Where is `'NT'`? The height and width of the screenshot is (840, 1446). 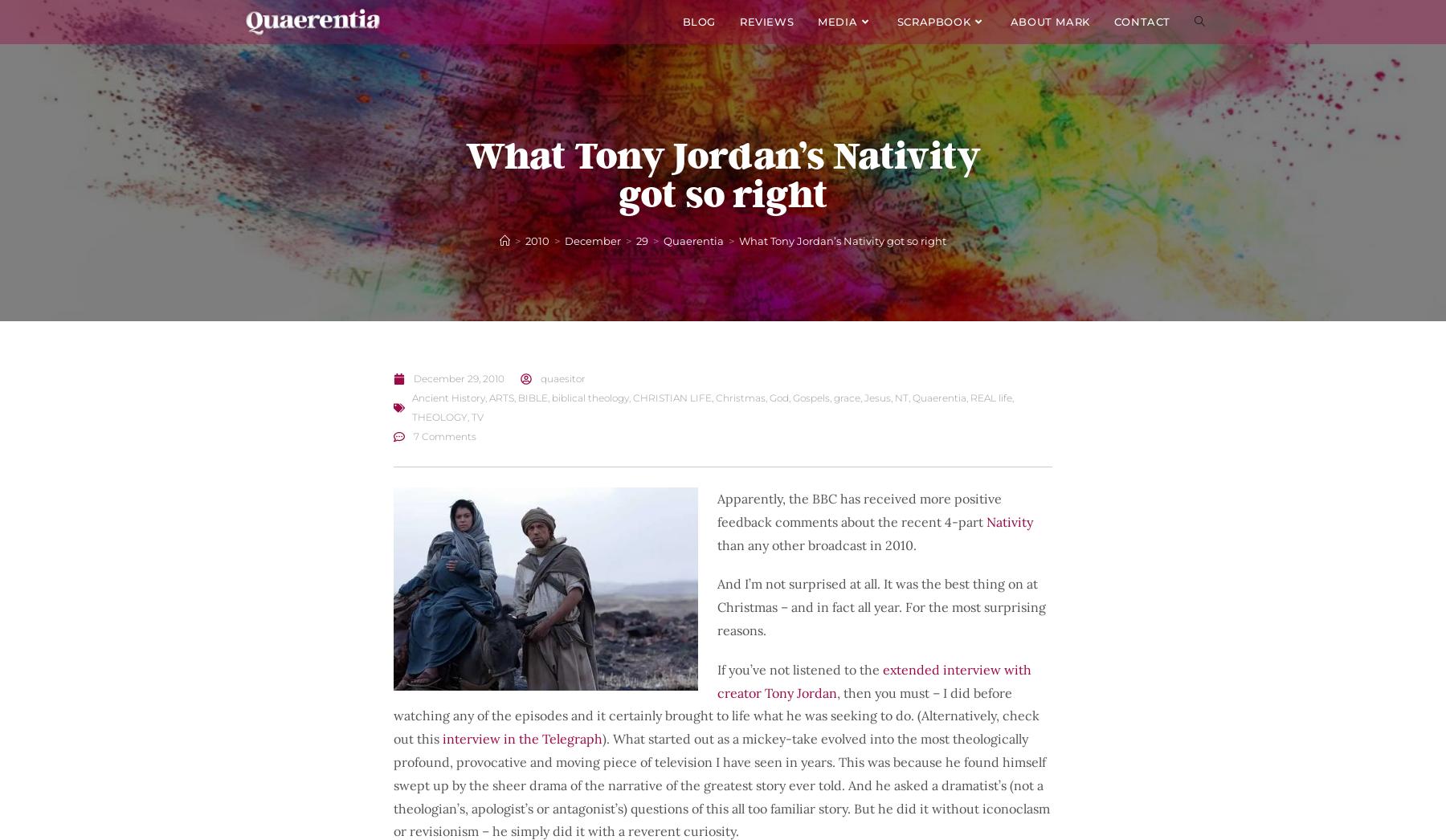 'NT' is located at coordinates (895, 398).